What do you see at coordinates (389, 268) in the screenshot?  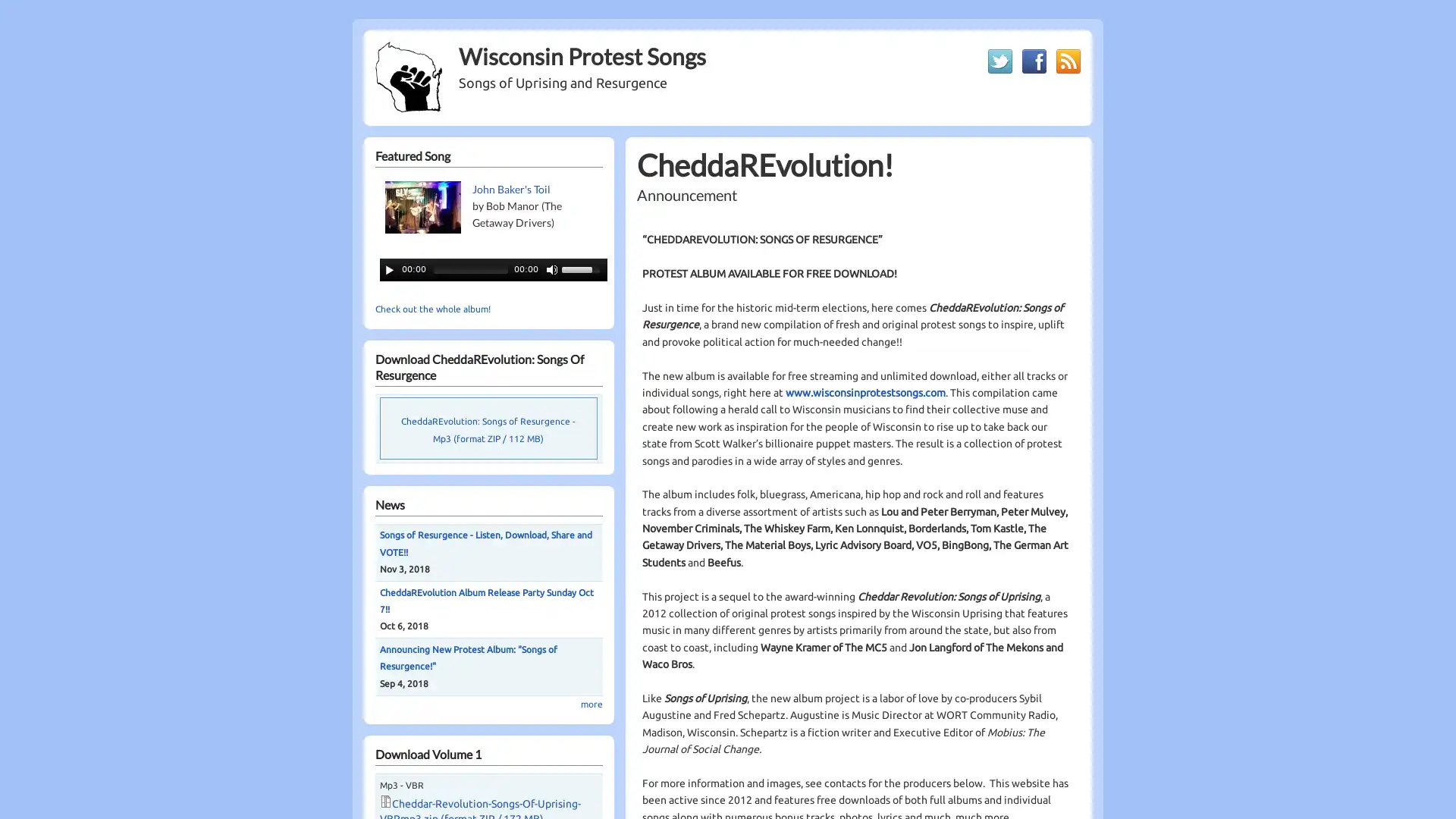 I see `Play/Pause` at bounding box center [389, 268].